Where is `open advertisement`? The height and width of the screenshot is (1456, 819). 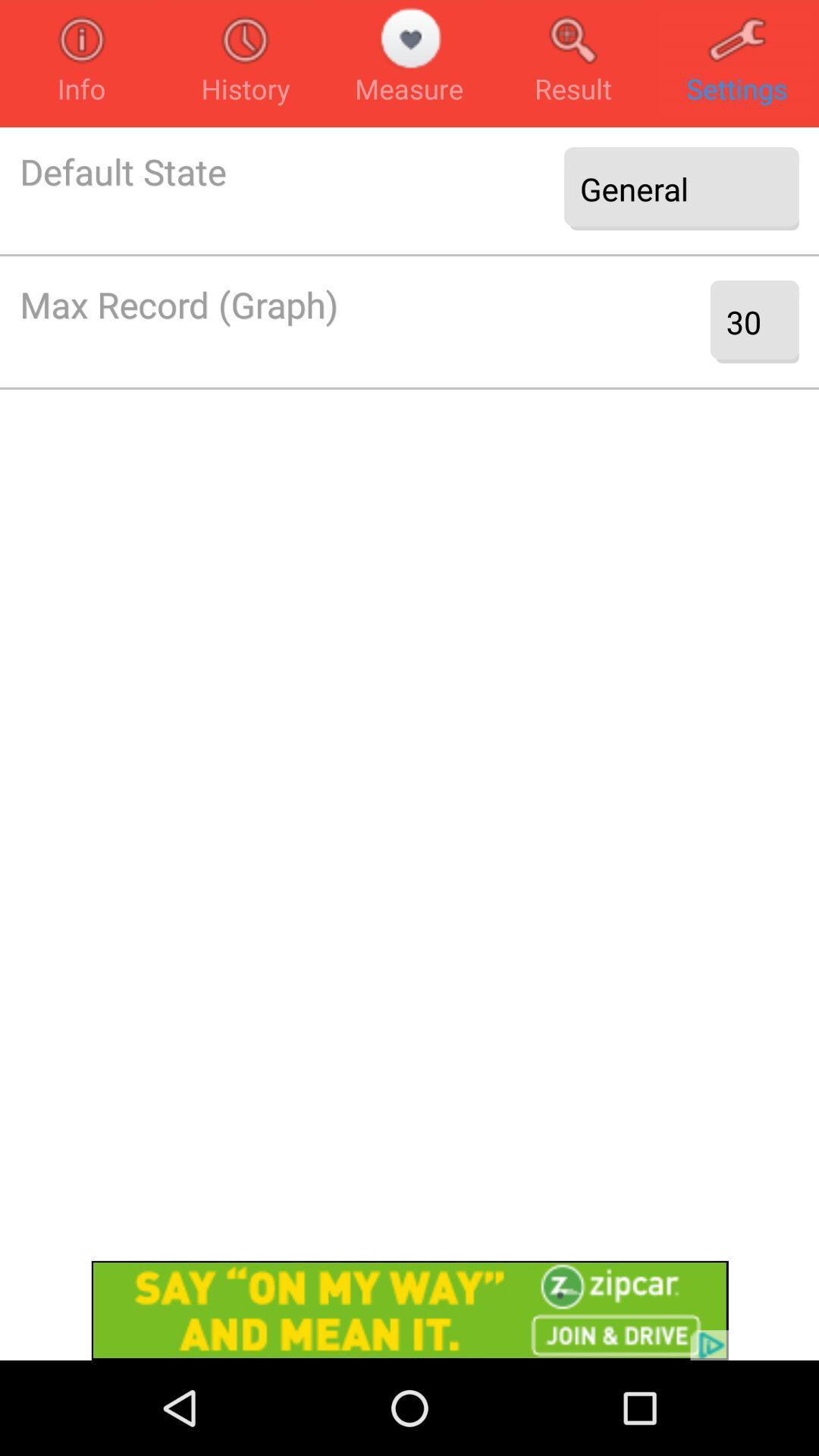 open advertisement is located at coordinates (409, 1310).